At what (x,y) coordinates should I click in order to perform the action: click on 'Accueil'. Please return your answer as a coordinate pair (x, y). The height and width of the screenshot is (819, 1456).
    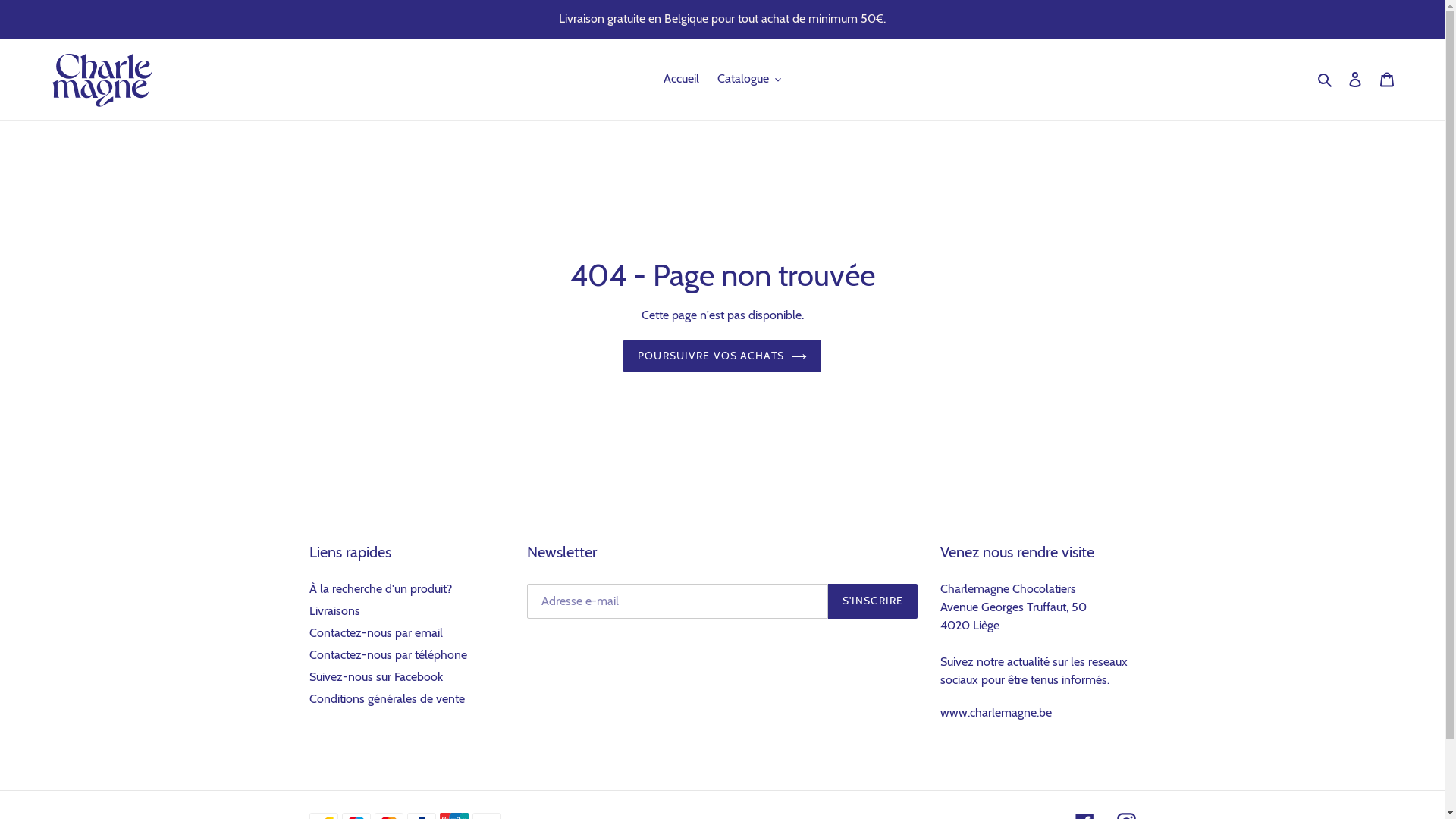
    Looking at the image, I should click on (680, 79).